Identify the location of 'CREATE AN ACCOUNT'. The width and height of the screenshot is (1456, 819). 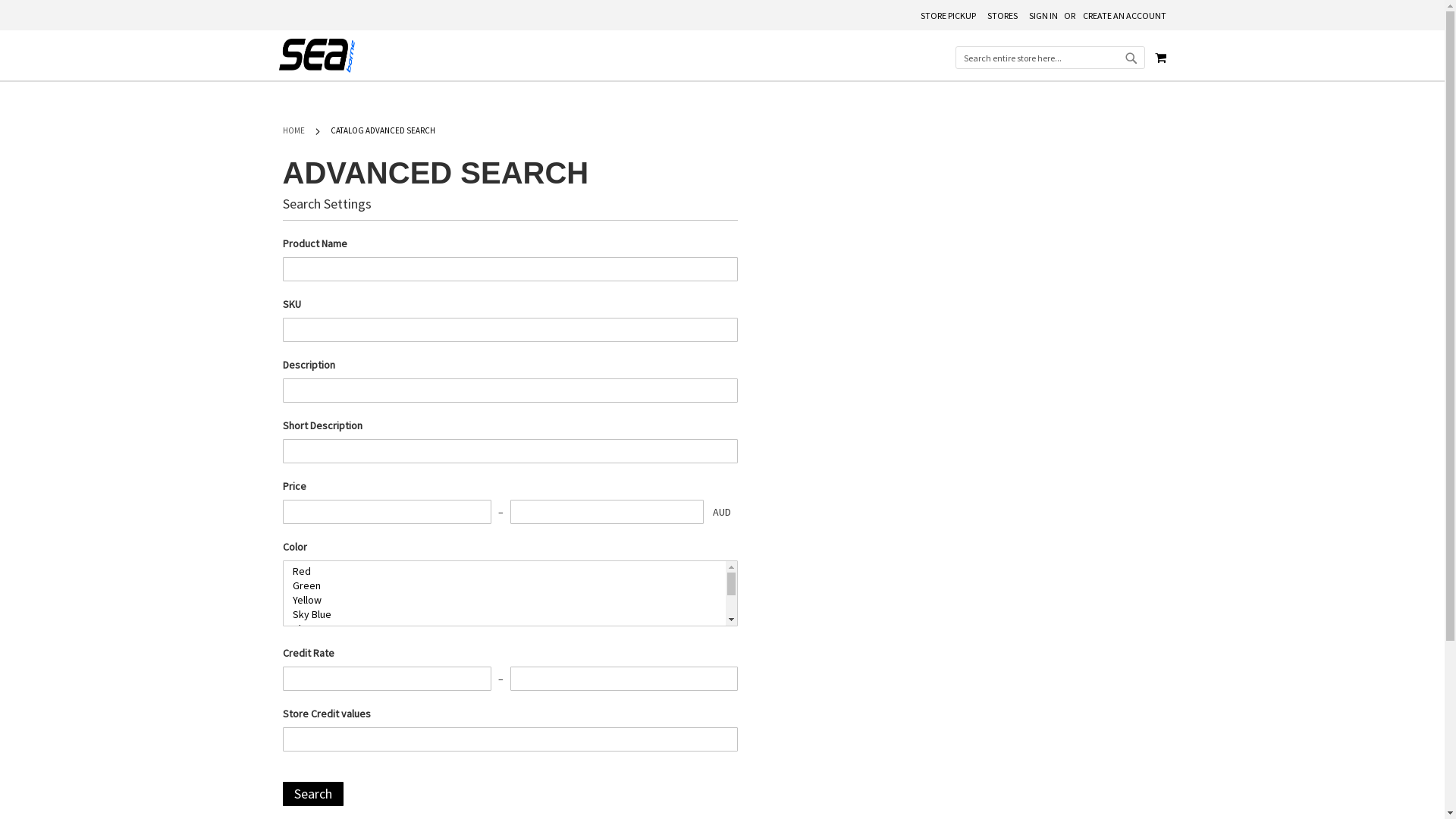
(1082, 16).